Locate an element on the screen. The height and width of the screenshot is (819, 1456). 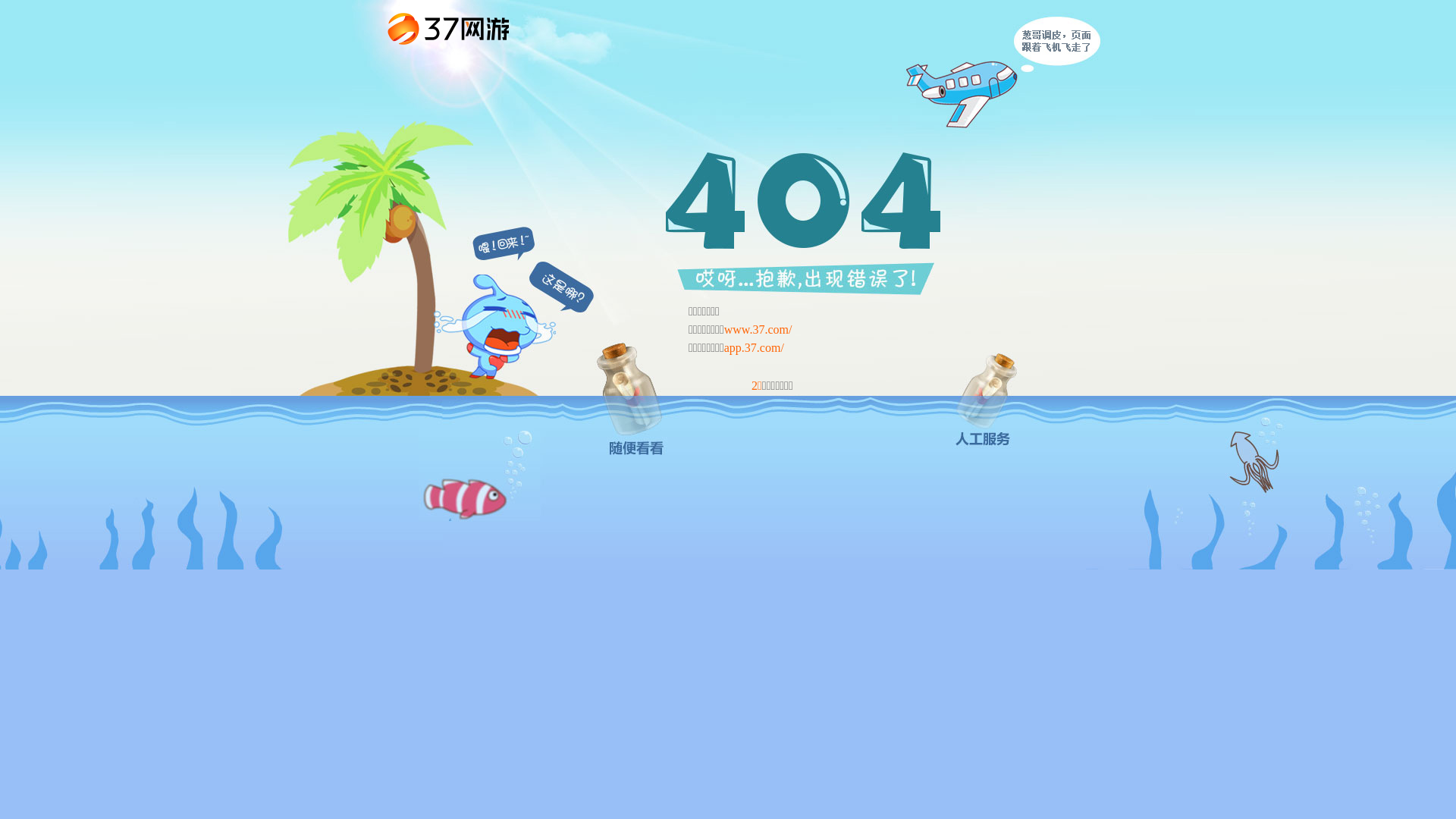
'app.37.com/' is located at coordinates (754, 347).